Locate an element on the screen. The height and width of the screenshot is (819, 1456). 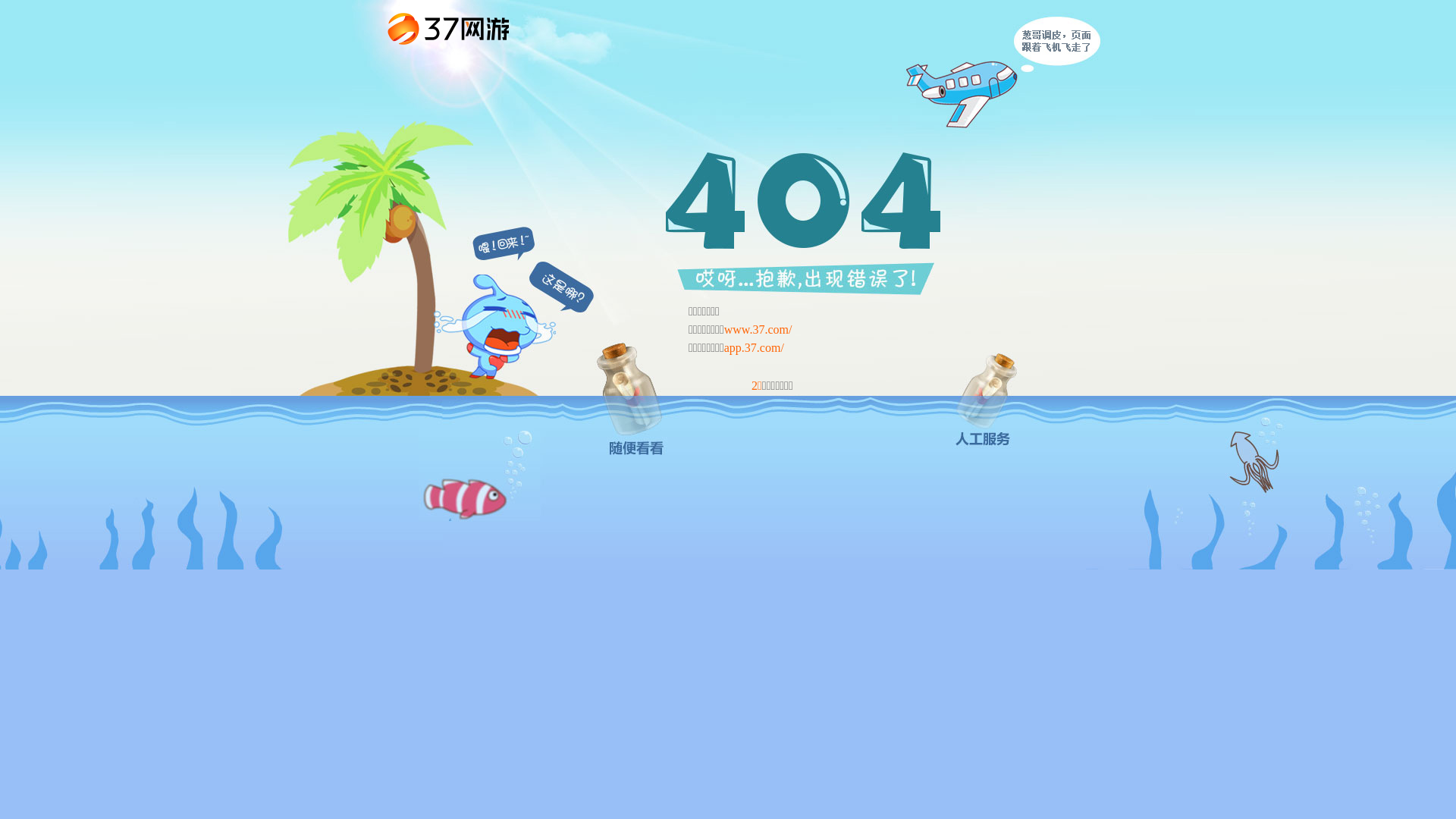
'app.37.com/' is located at coordinates (754, 347).